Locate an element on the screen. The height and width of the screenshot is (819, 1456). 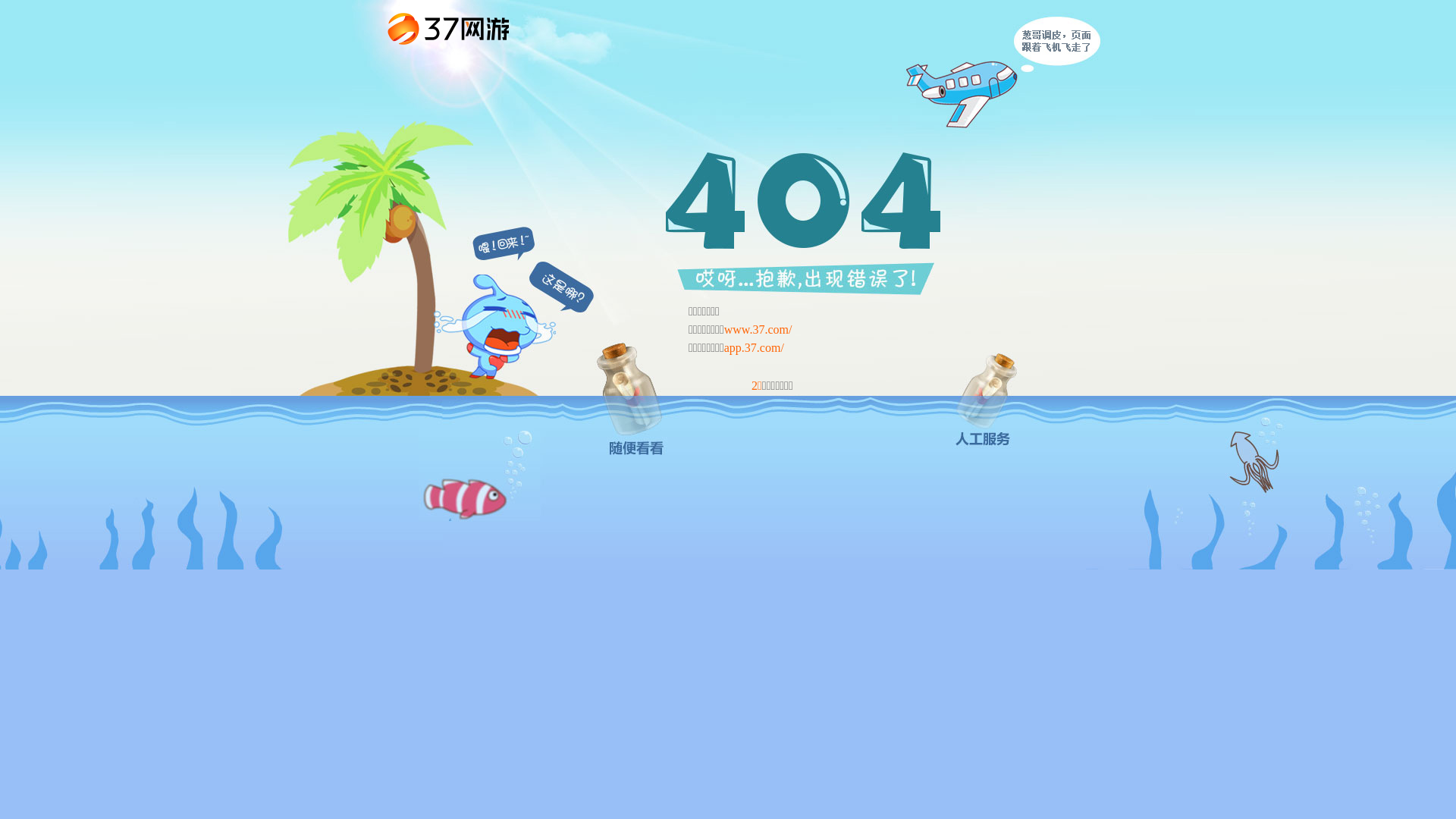
'app.37.com/' is located at coordinates (754, 347).